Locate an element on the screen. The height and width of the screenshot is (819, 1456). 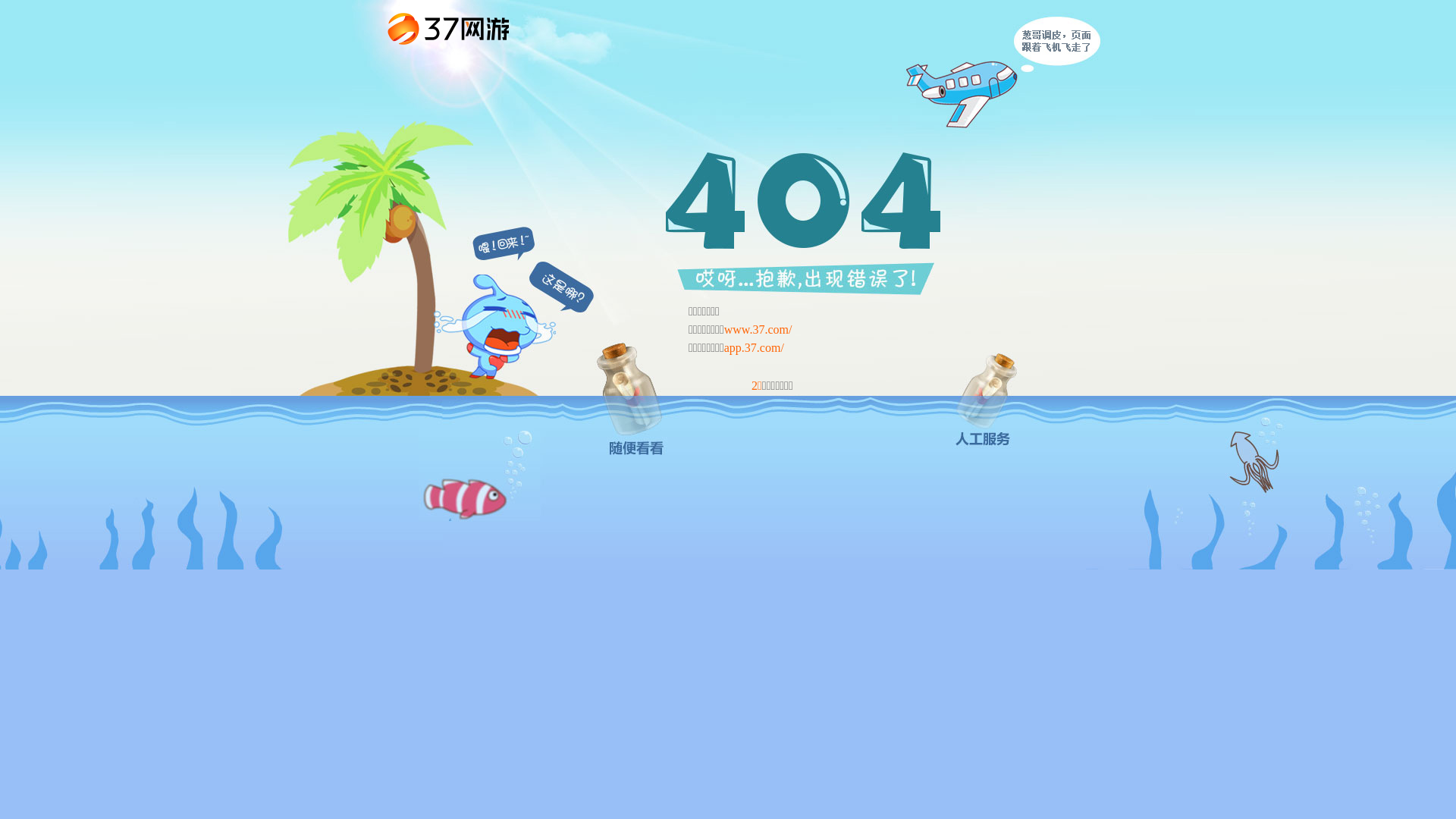
'app.37.com/' is located at coordinates (754, 347).